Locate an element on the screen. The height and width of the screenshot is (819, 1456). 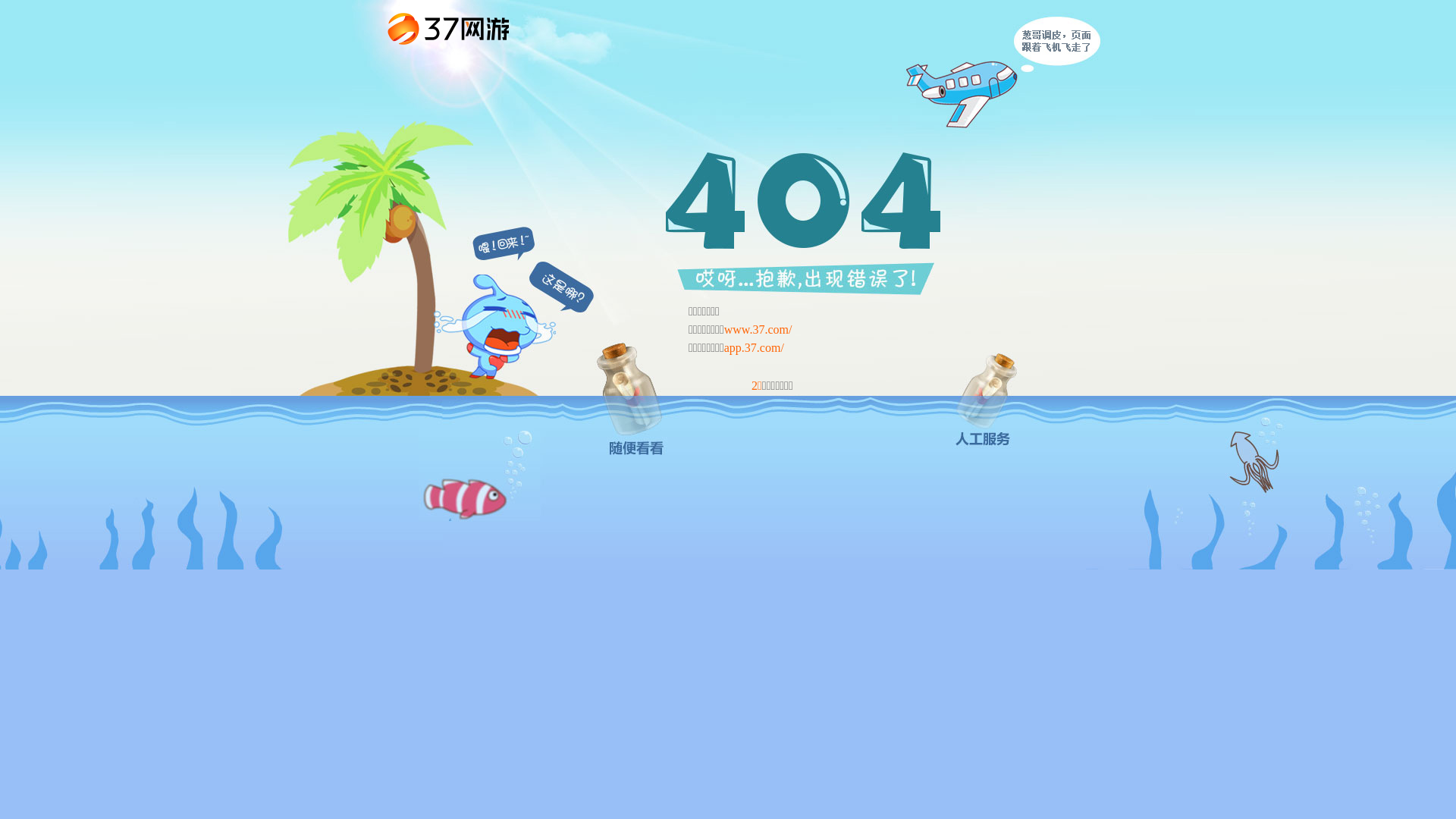
'app.37.com/' is located at coordinates (754, 347).